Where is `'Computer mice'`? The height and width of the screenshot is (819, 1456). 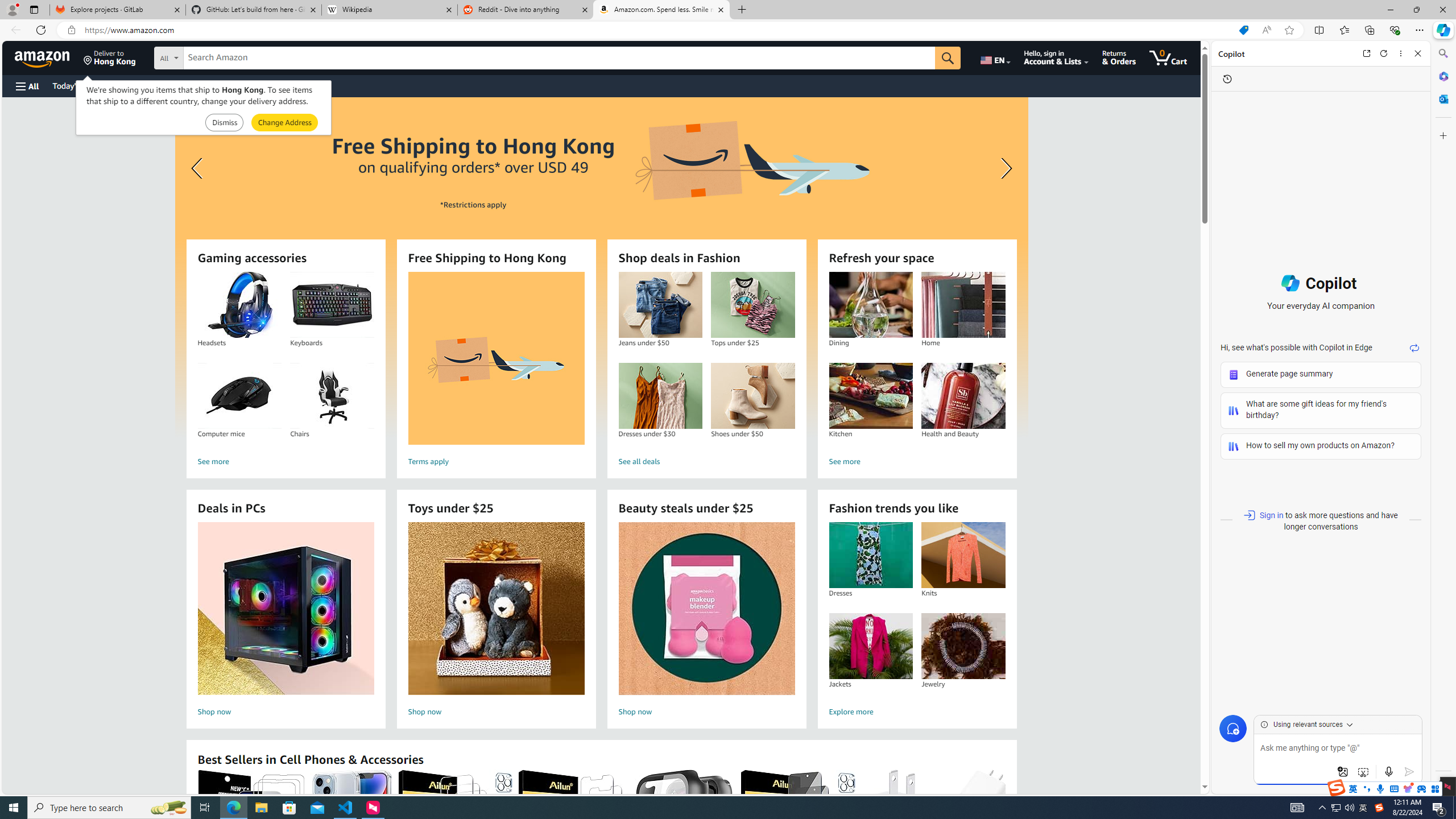 'Computer mice' is located at coordinates (239, 396).